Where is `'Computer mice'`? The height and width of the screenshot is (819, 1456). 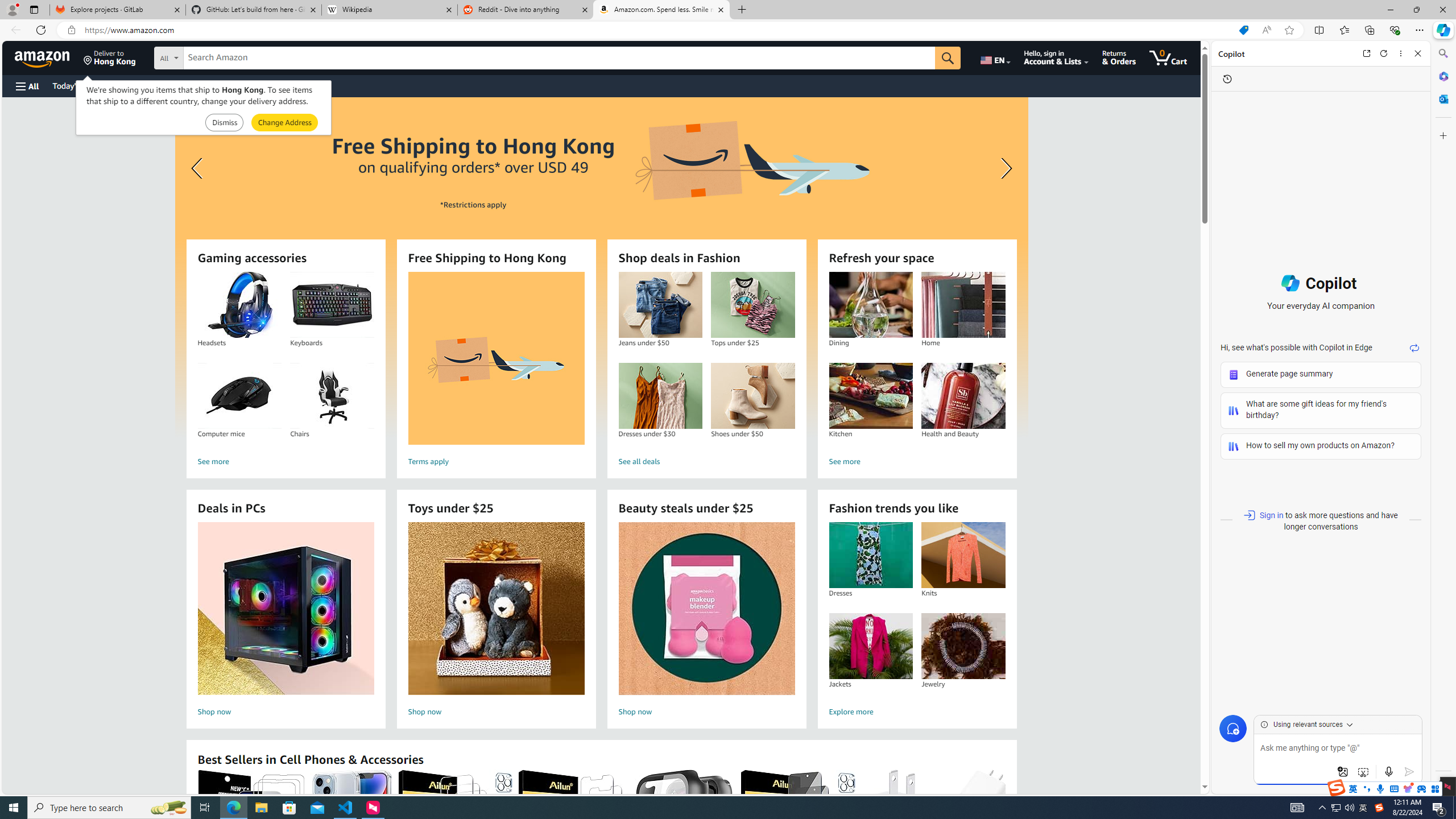 'Computer mice' is located at coordinates (239, 396).